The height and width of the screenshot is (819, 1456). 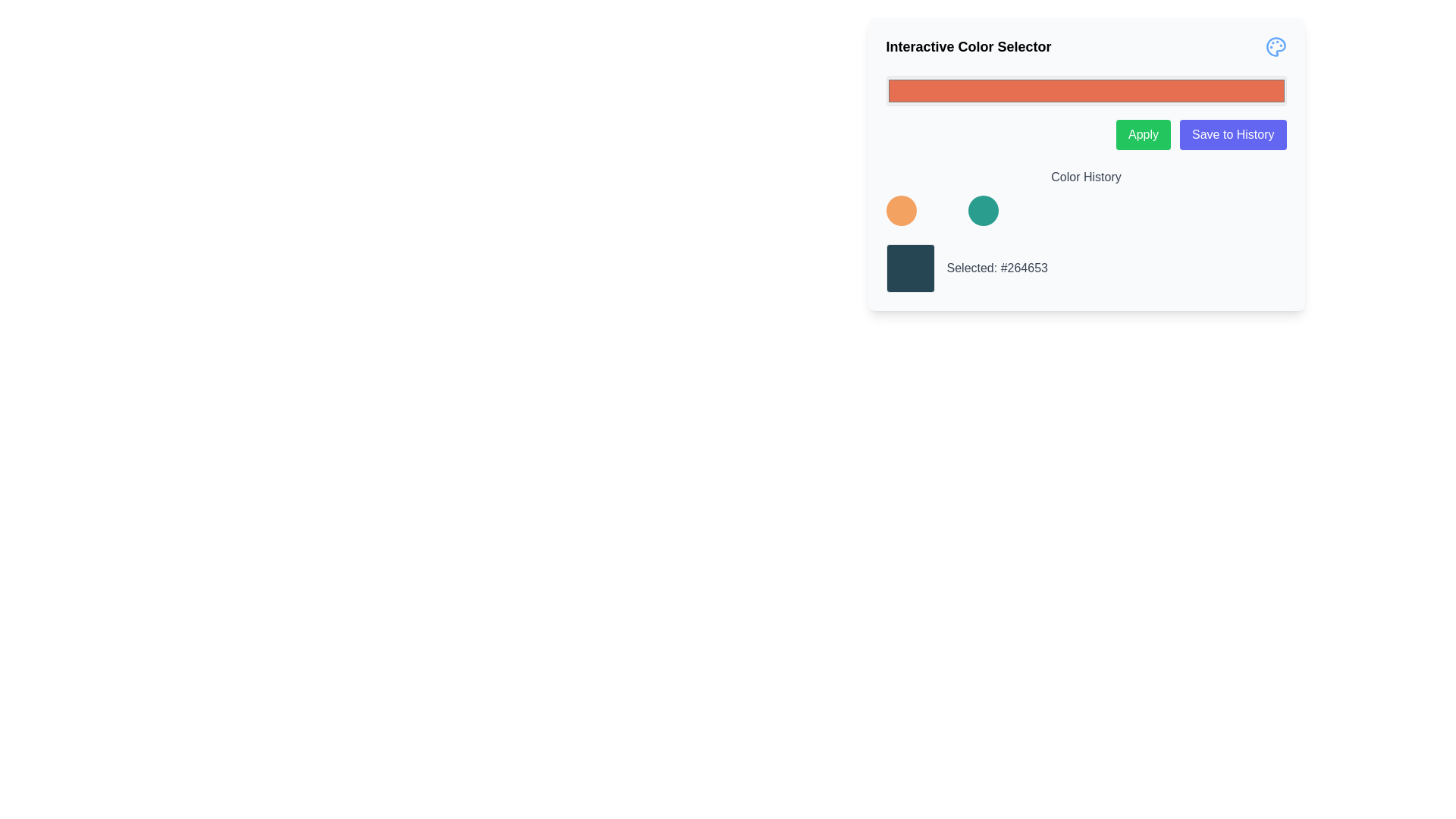 What do you see at coordinates (1233, 133) in the screenshot?
I see `the 'Save' button located in the top-right corner of the interface` at bounding box center [1233, 133].